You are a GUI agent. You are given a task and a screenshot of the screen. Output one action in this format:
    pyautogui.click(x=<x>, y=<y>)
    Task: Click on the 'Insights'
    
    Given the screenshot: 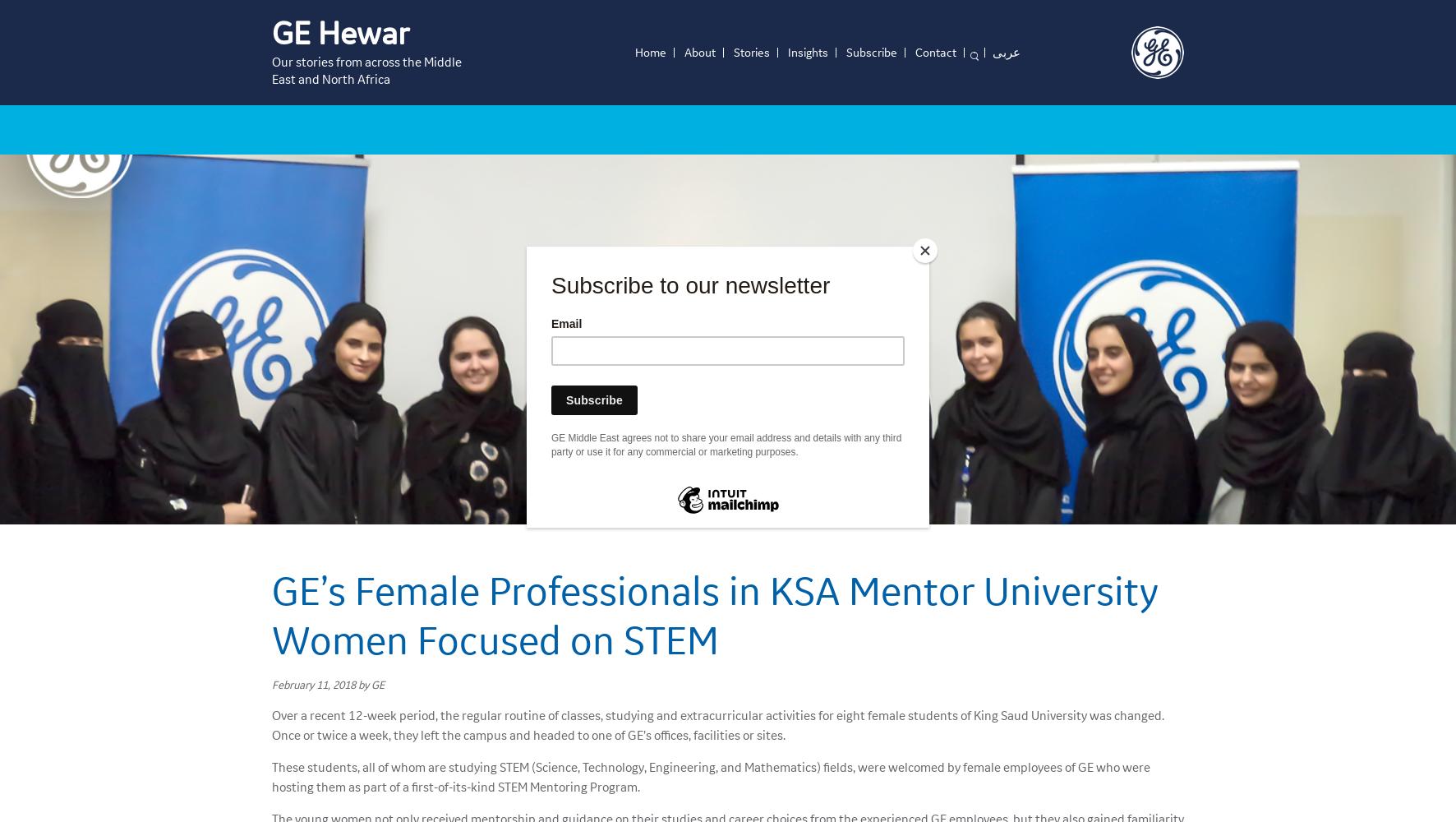 What is the action you would take?
    pyautogui.click(x=787, y=51)
    